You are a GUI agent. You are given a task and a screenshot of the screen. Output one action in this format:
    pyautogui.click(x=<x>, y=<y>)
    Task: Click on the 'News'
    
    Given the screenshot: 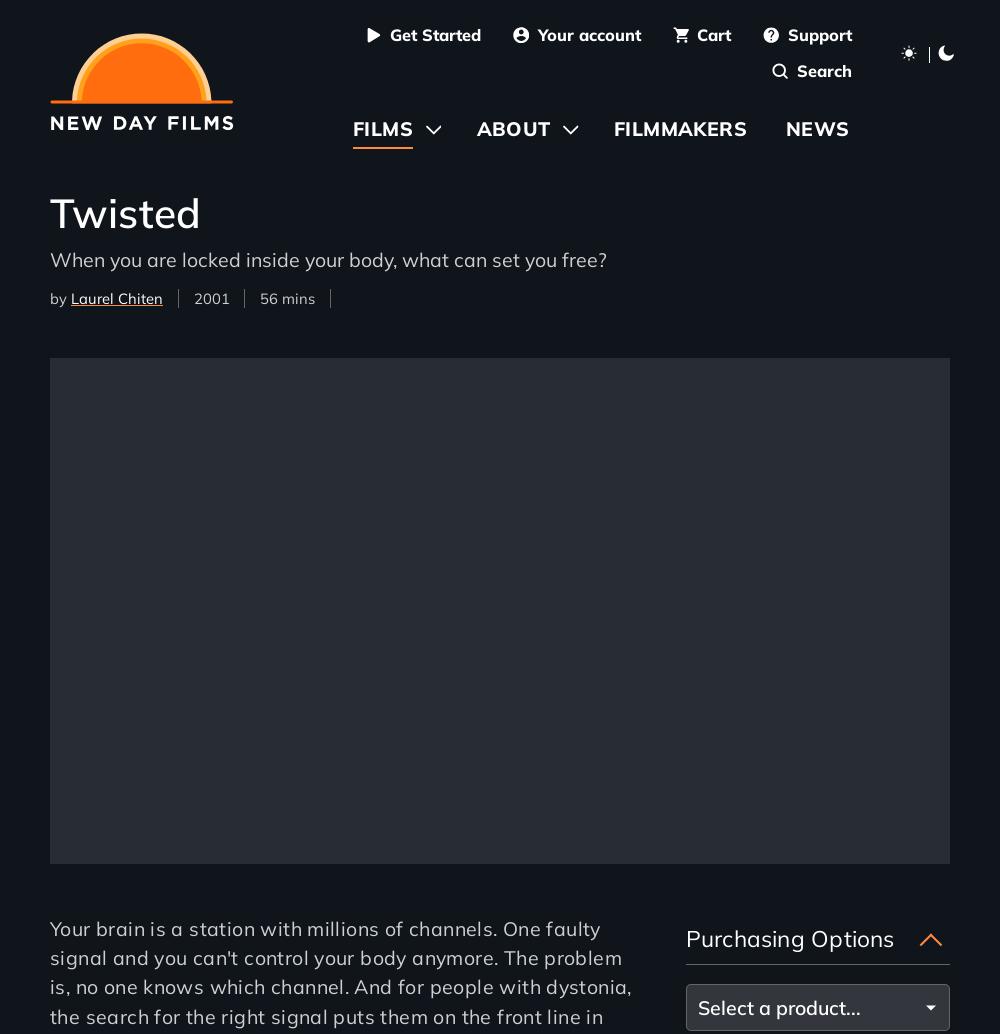 What is the action you would take?
    pyautogui.click(x=816, y=127)
    